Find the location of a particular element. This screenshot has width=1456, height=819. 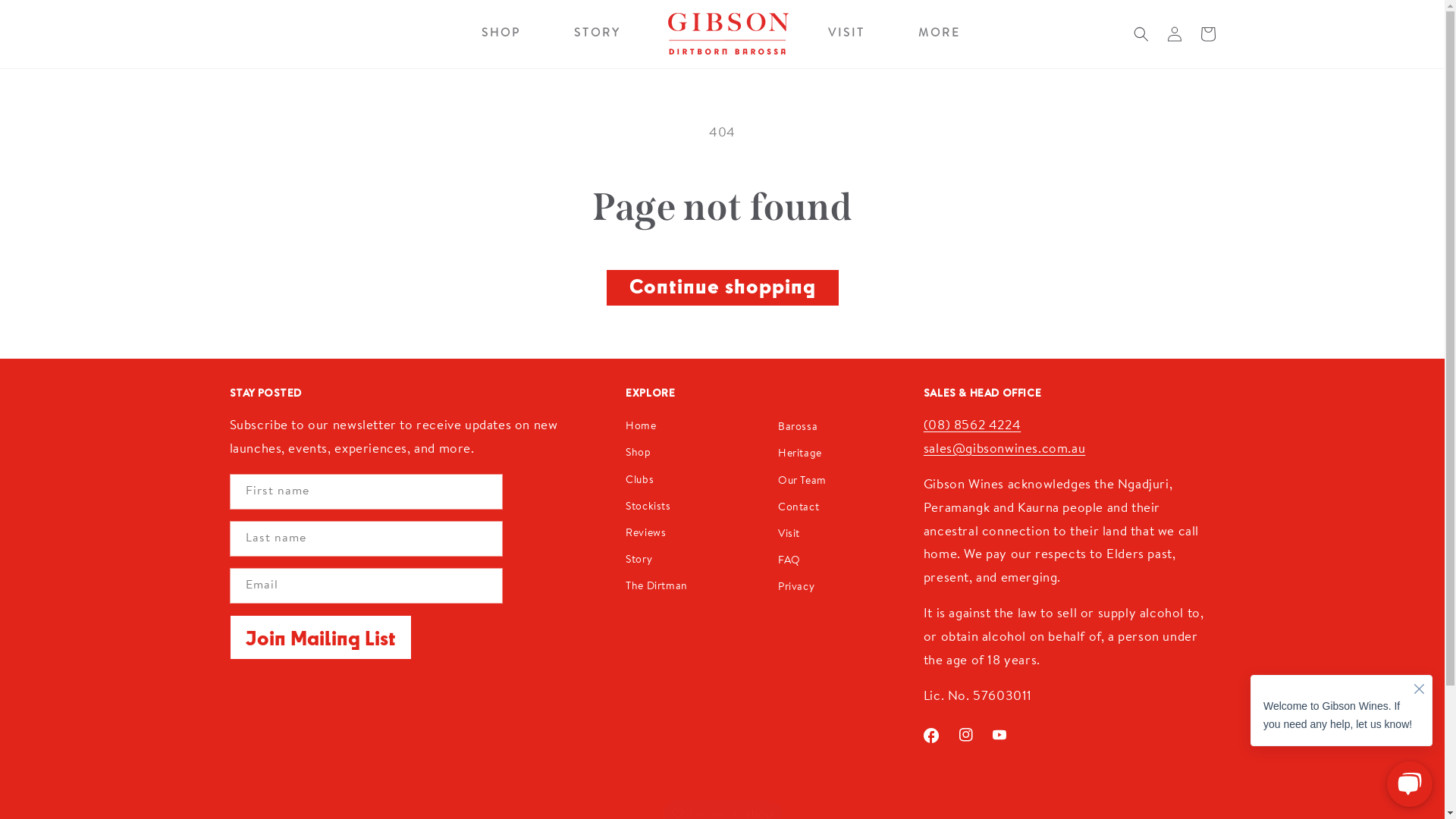

'STORY' is located at coordinates (596, 34).